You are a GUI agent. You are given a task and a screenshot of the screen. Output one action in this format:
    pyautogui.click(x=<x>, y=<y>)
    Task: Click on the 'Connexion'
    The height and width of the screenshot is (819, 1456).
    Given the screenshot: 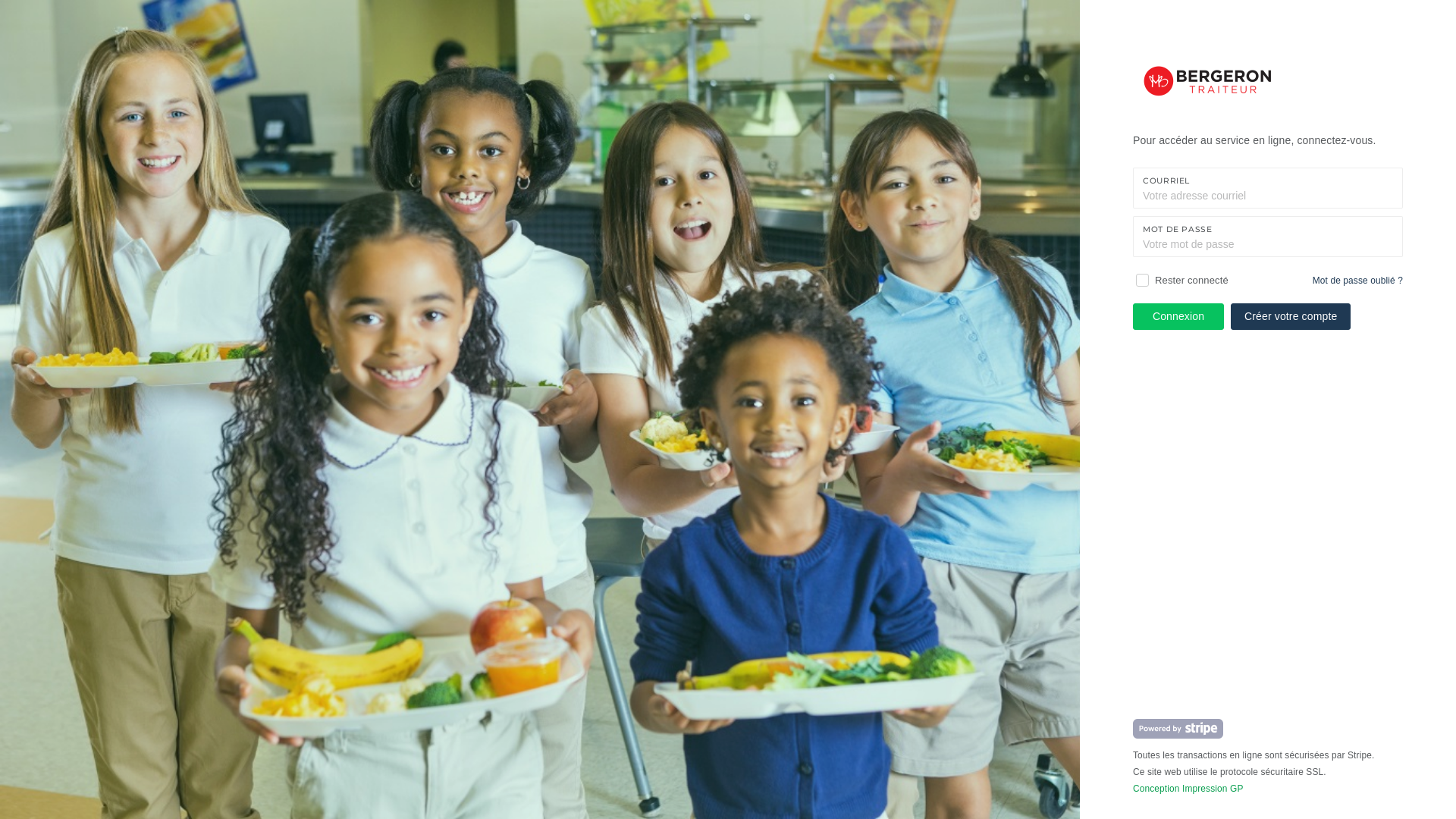 What is the action you would take?
    pyautogui.click(x=1178, y=315)
    